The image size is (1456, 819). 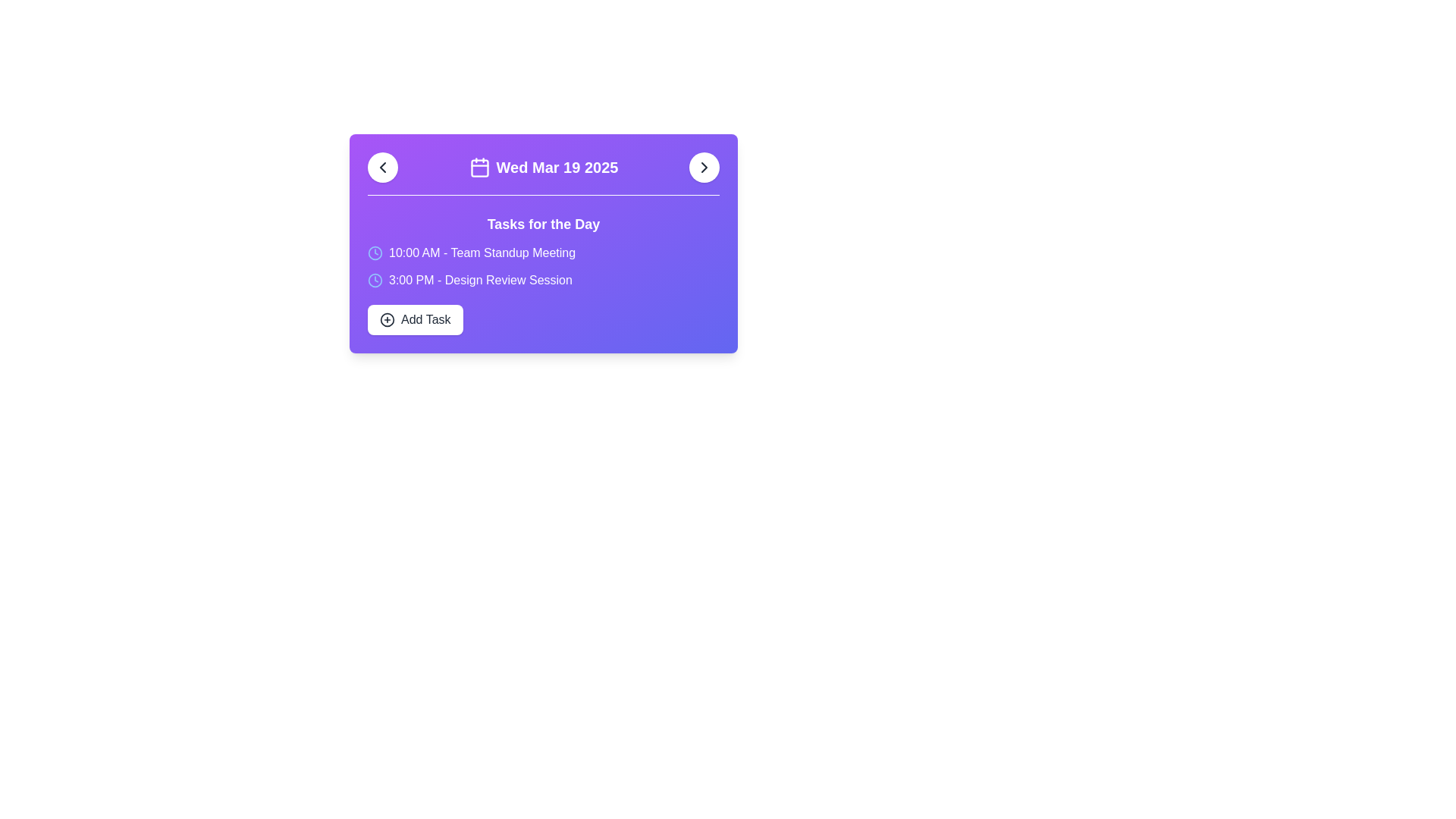 What do you see at coordinates (479, 168) in the screenshot?
I see `the purple calendar icon located in the header bar beside the date 'Wed Mar 19 2025.'` at bounding box center [479, 168].